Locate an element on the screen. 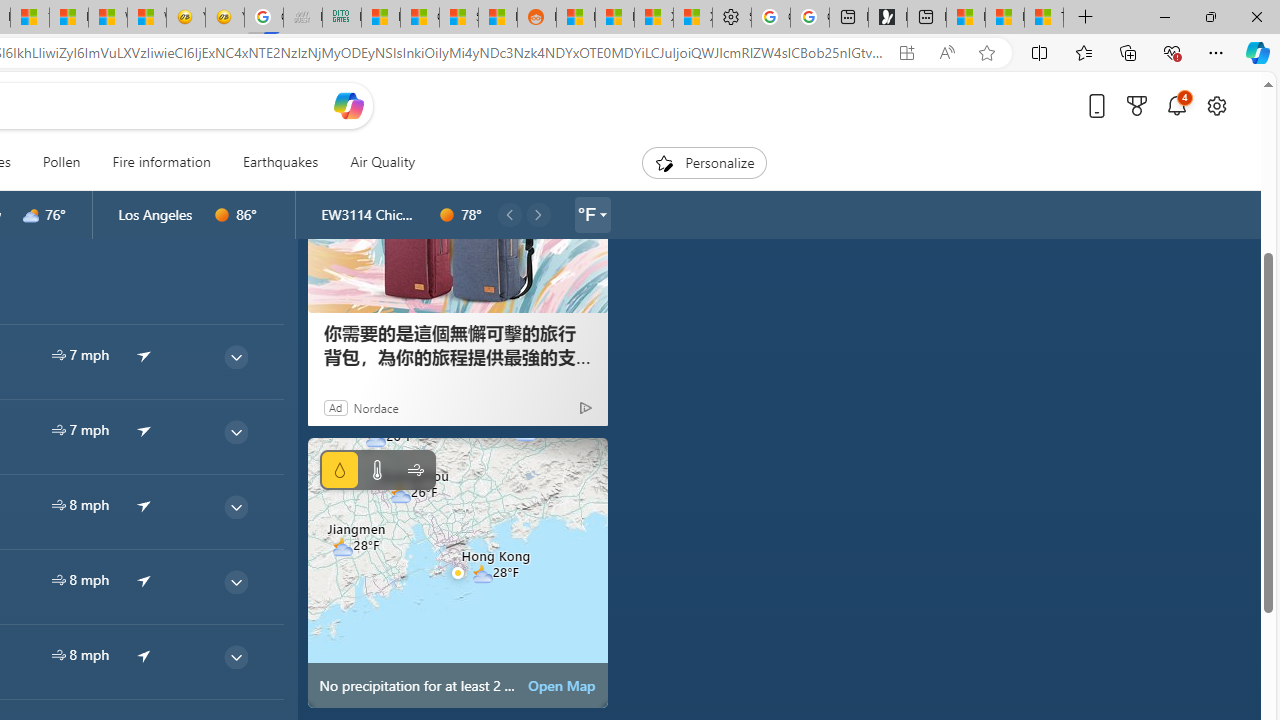 The width and height of the screenshot is (1280, 720). 'Pollen' is located at coordinates (61, 162).